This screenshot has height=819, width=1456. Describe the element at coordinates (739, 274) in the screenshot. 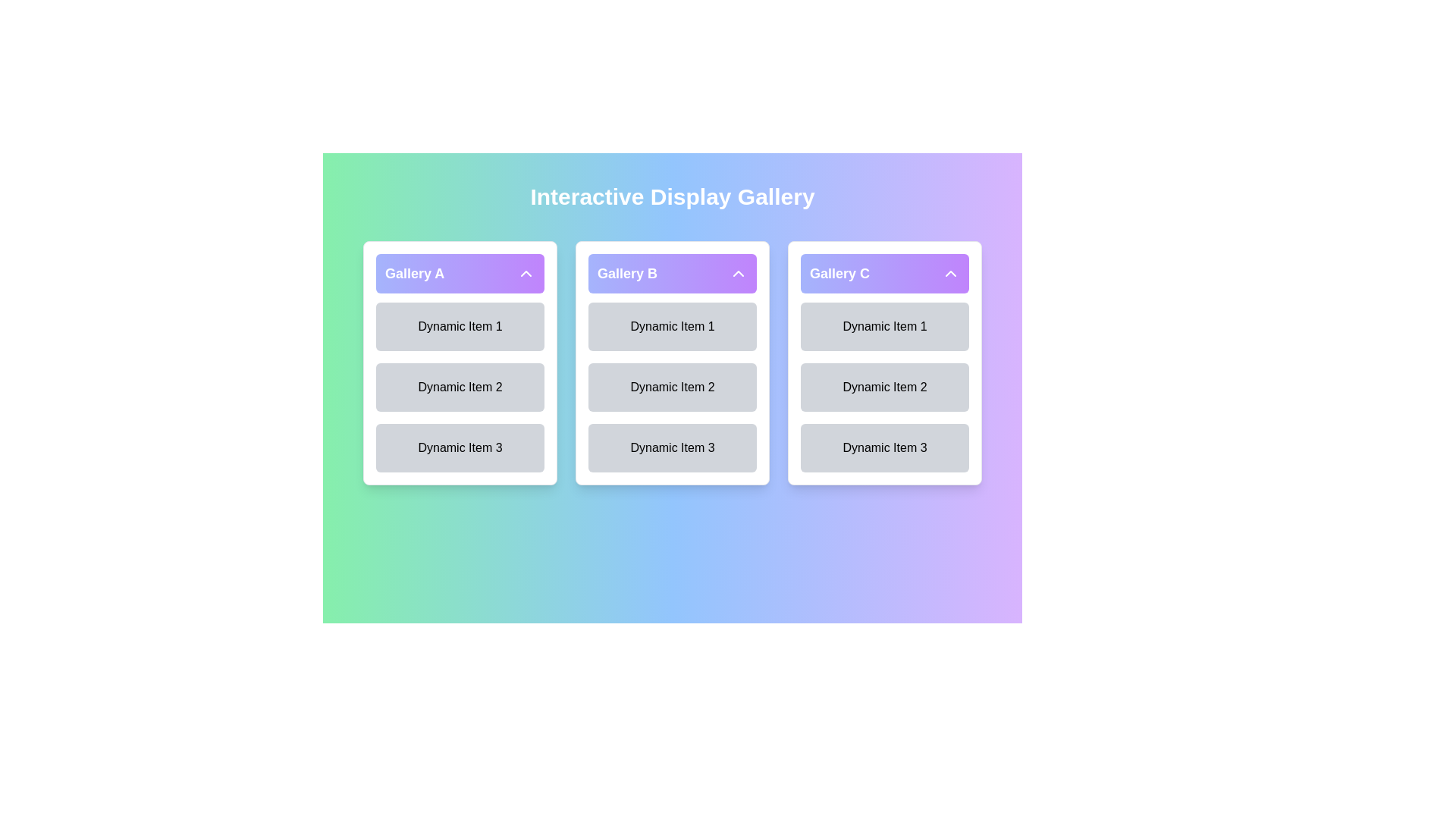

I see `the upward-pointing chevron icon located in the title bar of the 'Gallery B' card, positioned at the top-right corner` at that location.